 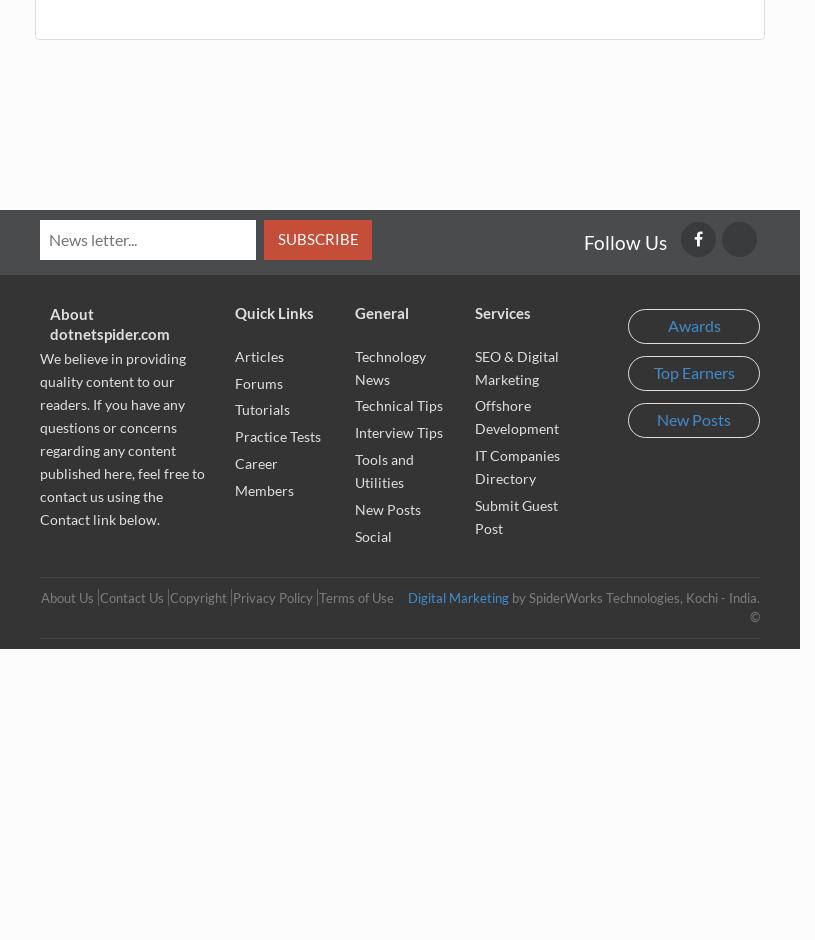 I want to click on 'IT Companies Directory', so click(x=474, y=465).